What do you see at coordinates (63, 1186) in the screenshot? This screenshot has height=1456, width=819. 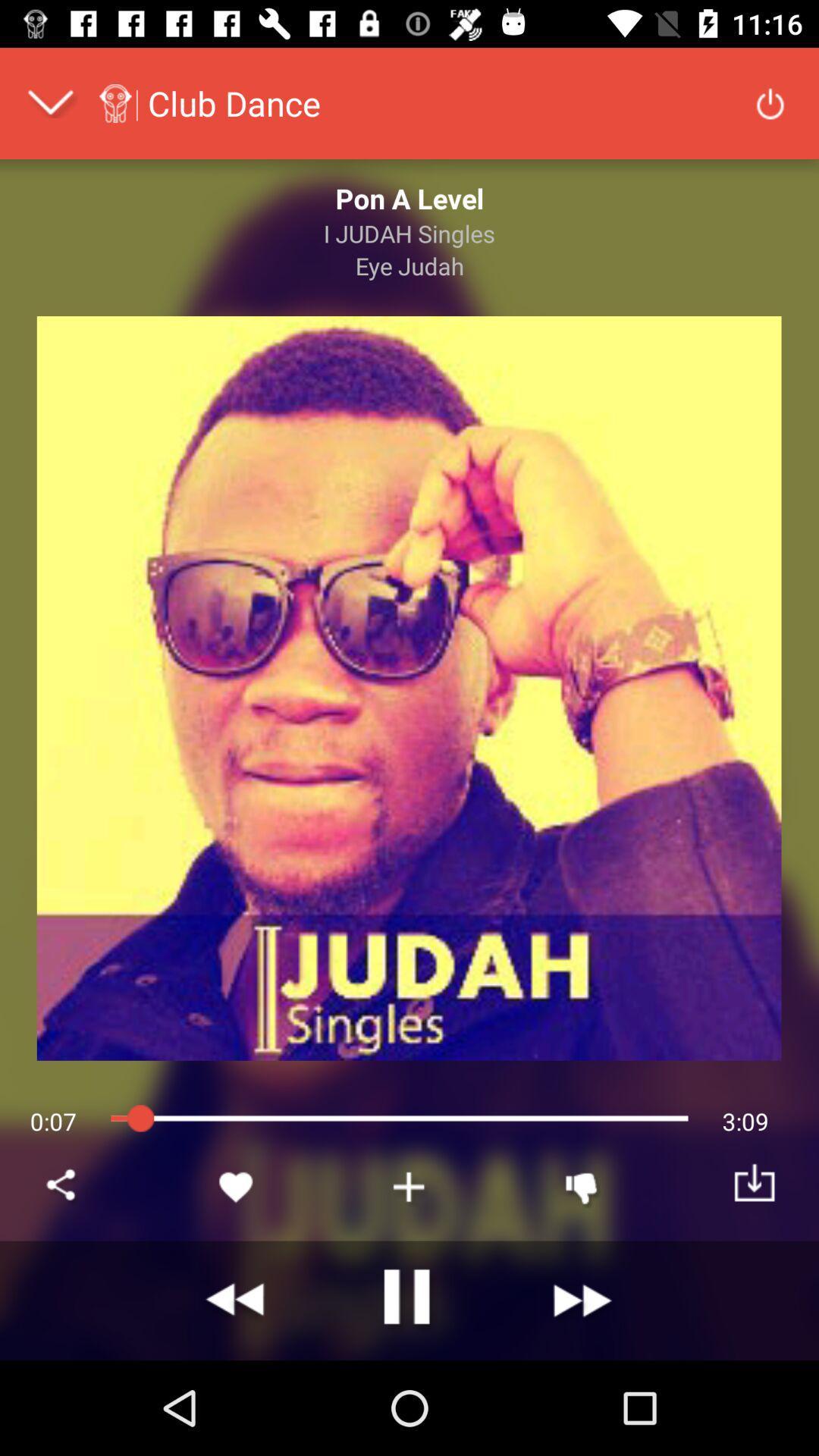 I see `share the song` at bounding box center [63, 1186].